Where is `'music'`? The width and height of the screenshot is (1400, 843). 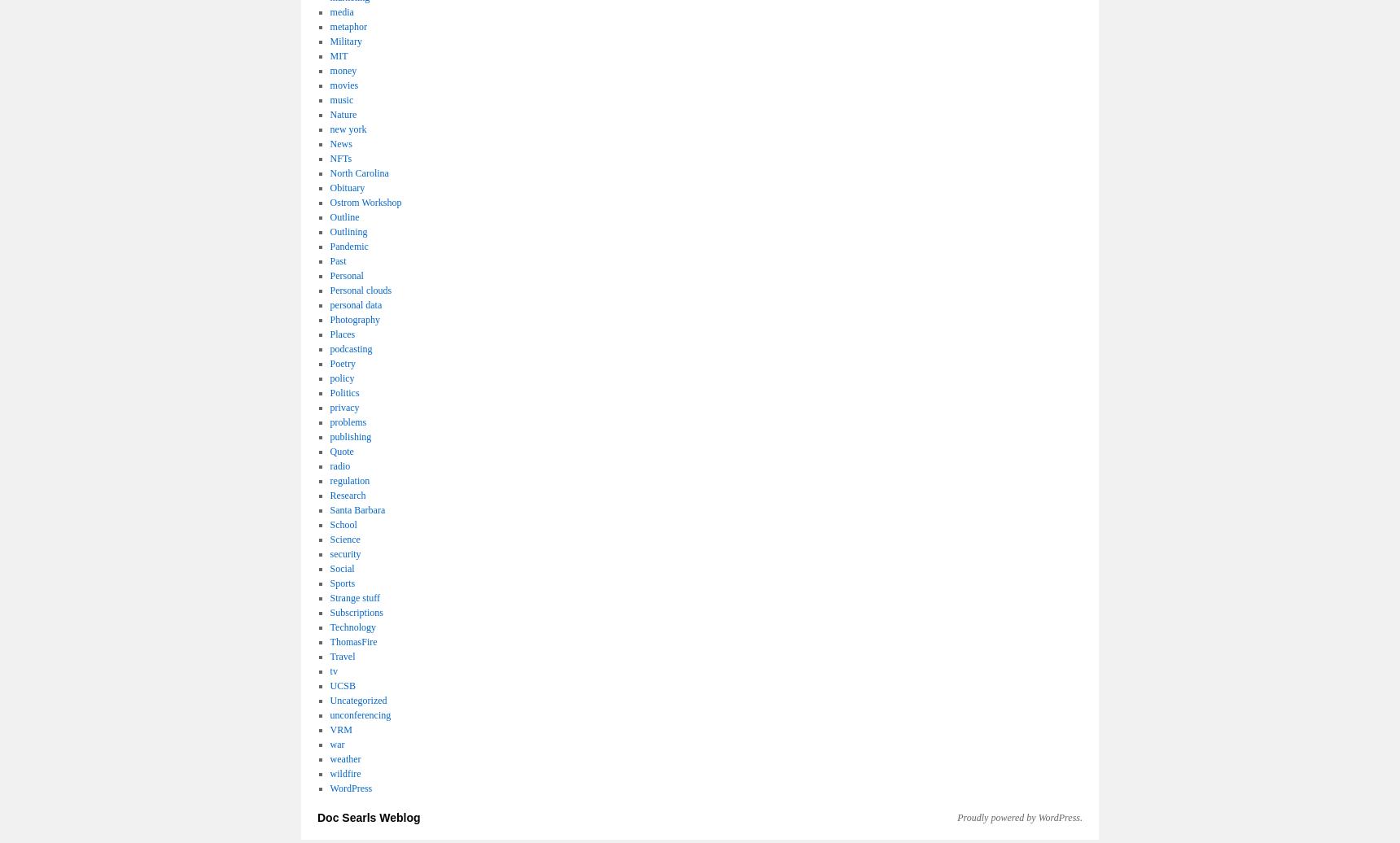
'music' is located at coordinates (341, 99).